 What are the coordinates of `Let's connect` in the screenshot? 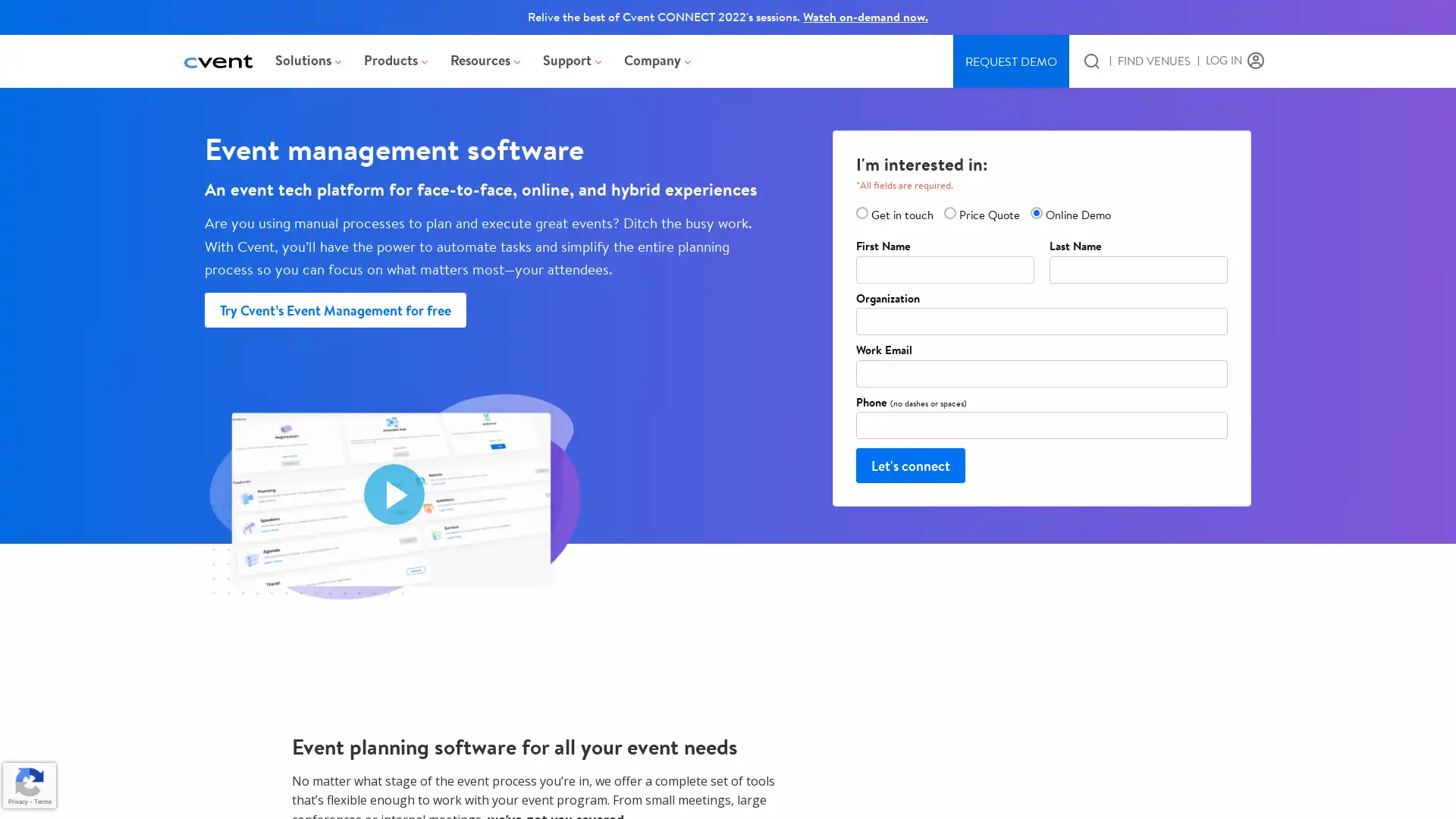 It's located at (910, 464).